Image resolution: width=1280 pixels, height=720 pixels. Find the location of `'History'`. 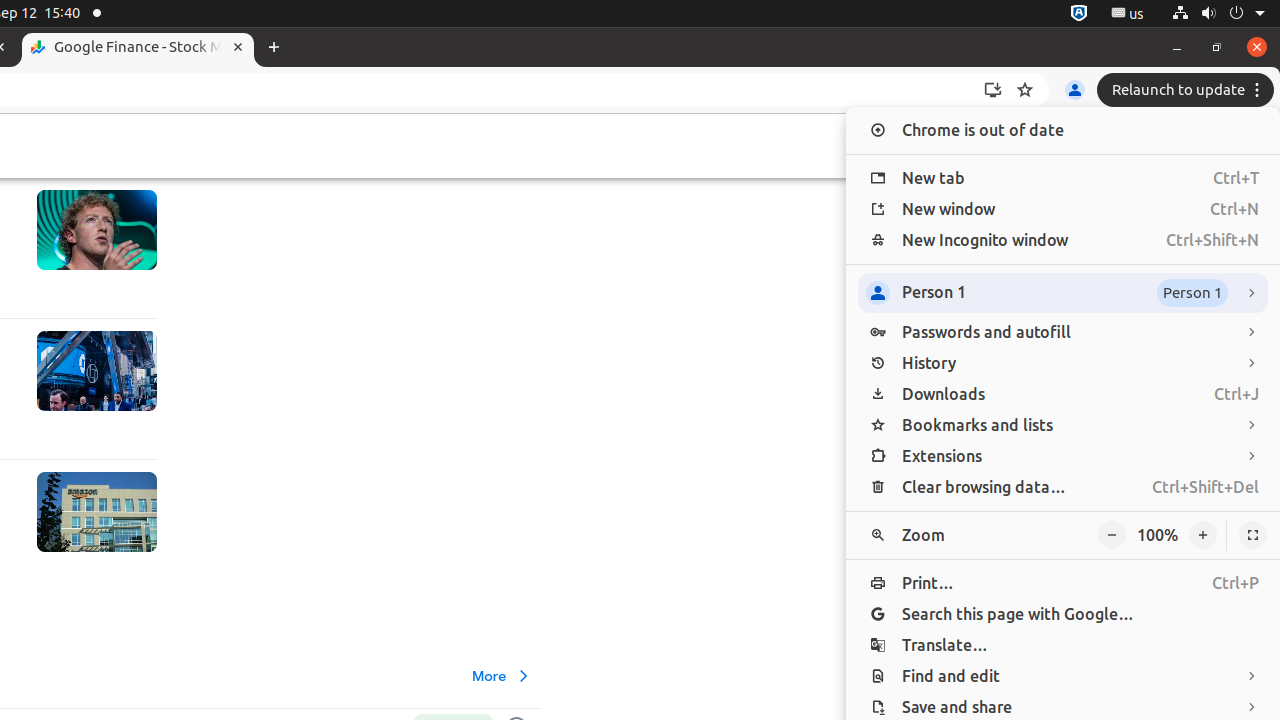

'History' is located at coordinates (1062, 363).